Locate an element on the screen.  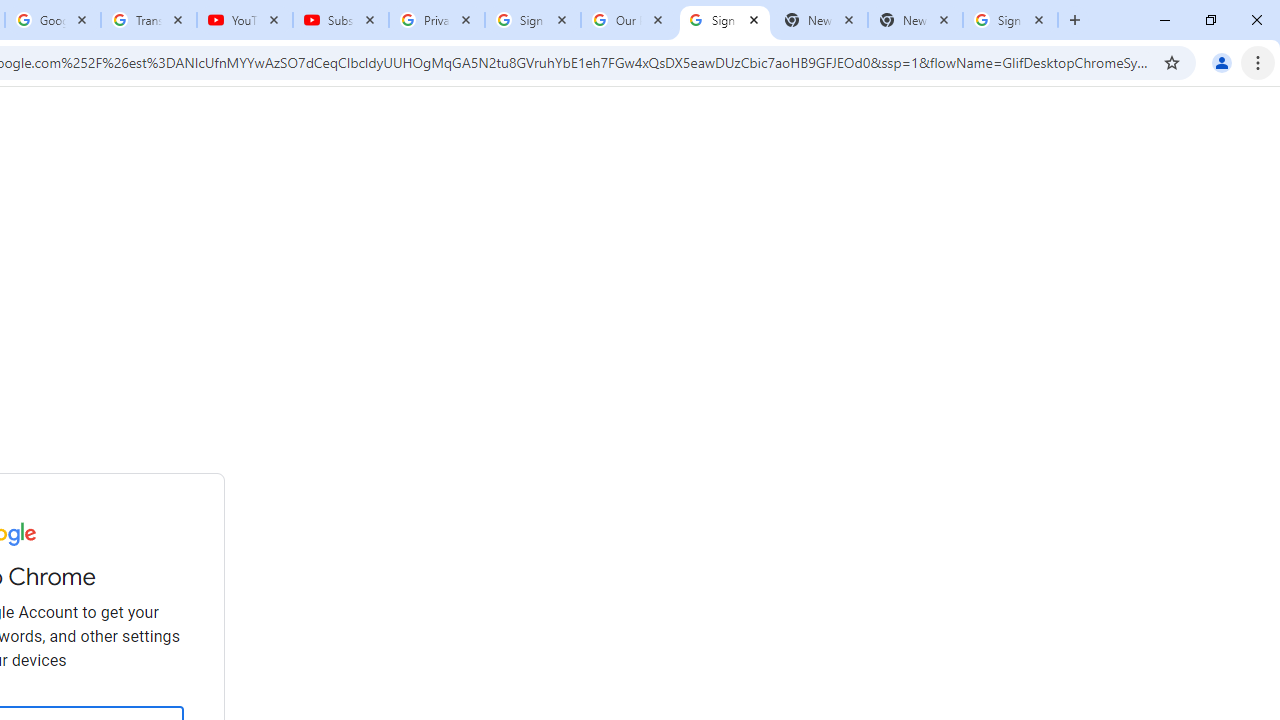
'YouTube' is located at coordinates (244, 20).